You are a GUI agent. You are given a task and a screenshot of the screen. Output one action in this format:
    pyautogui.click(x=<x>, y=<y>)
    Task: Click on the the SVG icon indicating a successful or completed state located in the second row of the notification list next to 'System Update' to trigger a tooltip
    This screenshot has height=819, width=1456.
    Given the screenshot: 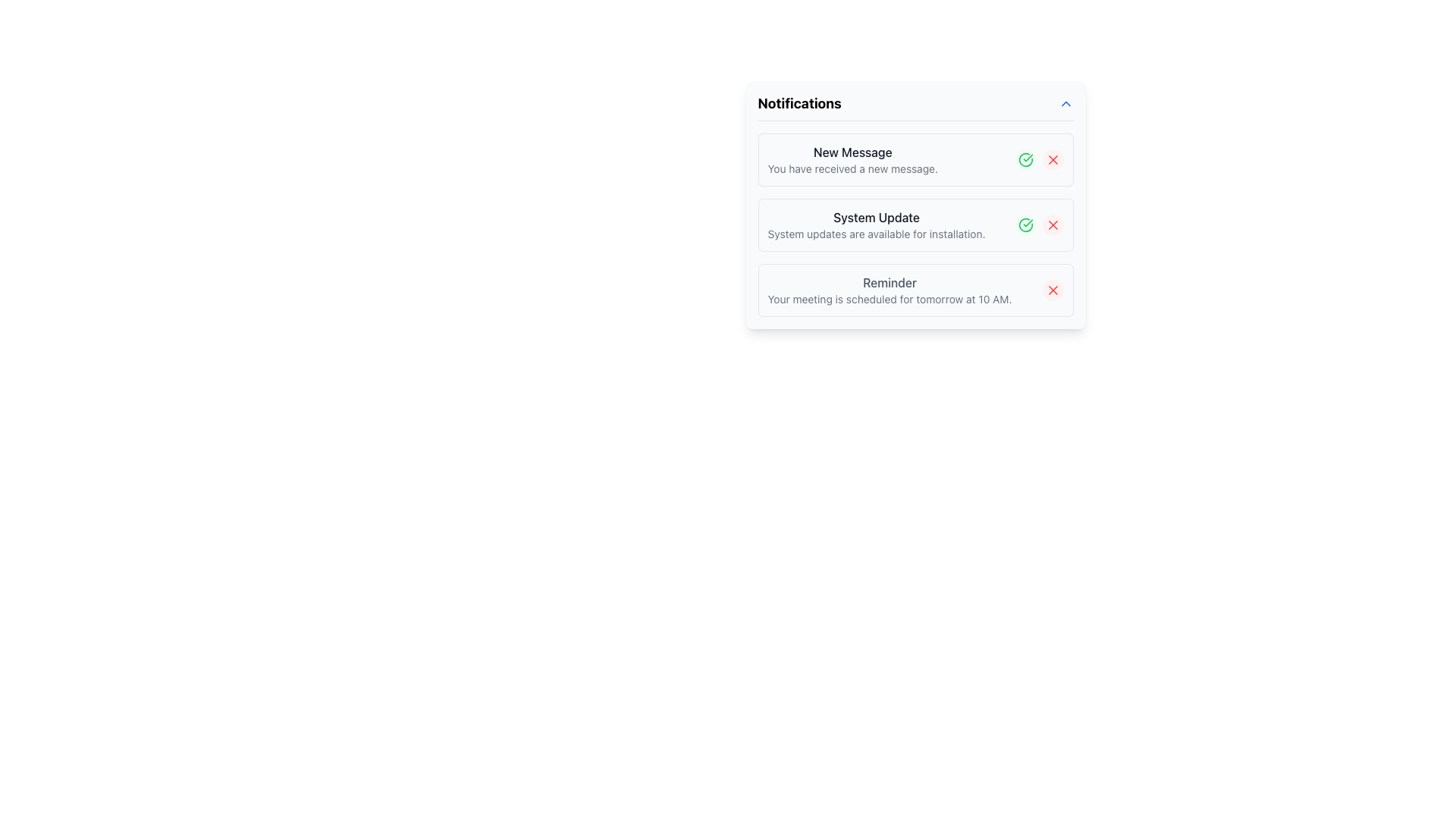 What is the action you would take?
    pyautogui.click(x=1025, y=160)
    